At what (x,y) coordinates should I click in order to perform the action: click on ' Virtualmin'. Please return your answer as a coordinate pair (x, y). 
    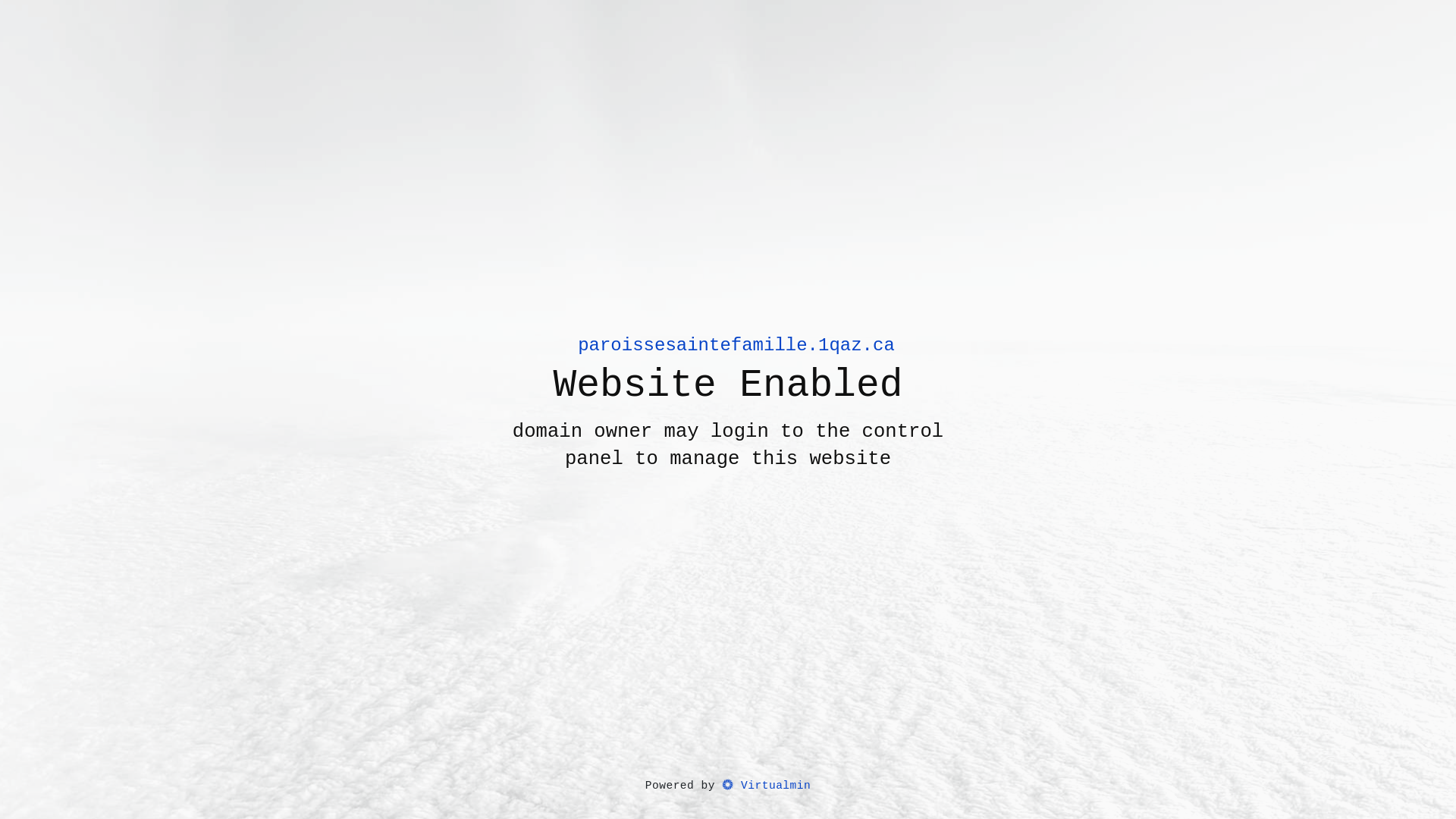
    Looking at the image, I should click on (766, 786).